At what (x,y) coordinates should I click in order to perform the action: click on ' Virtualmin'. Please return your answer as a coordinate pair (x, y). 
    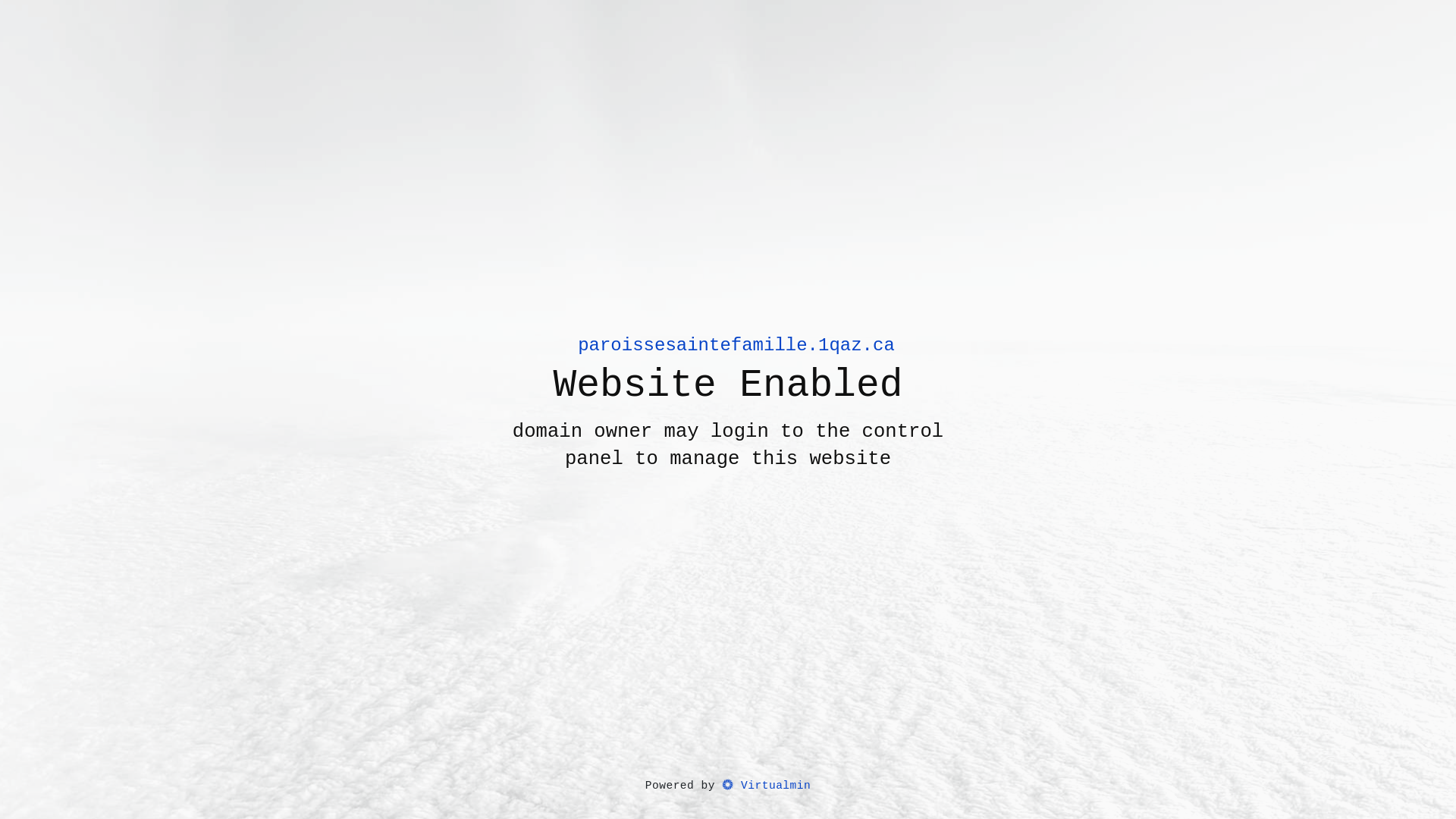
    Looking at the image, I should click on (766, 786).